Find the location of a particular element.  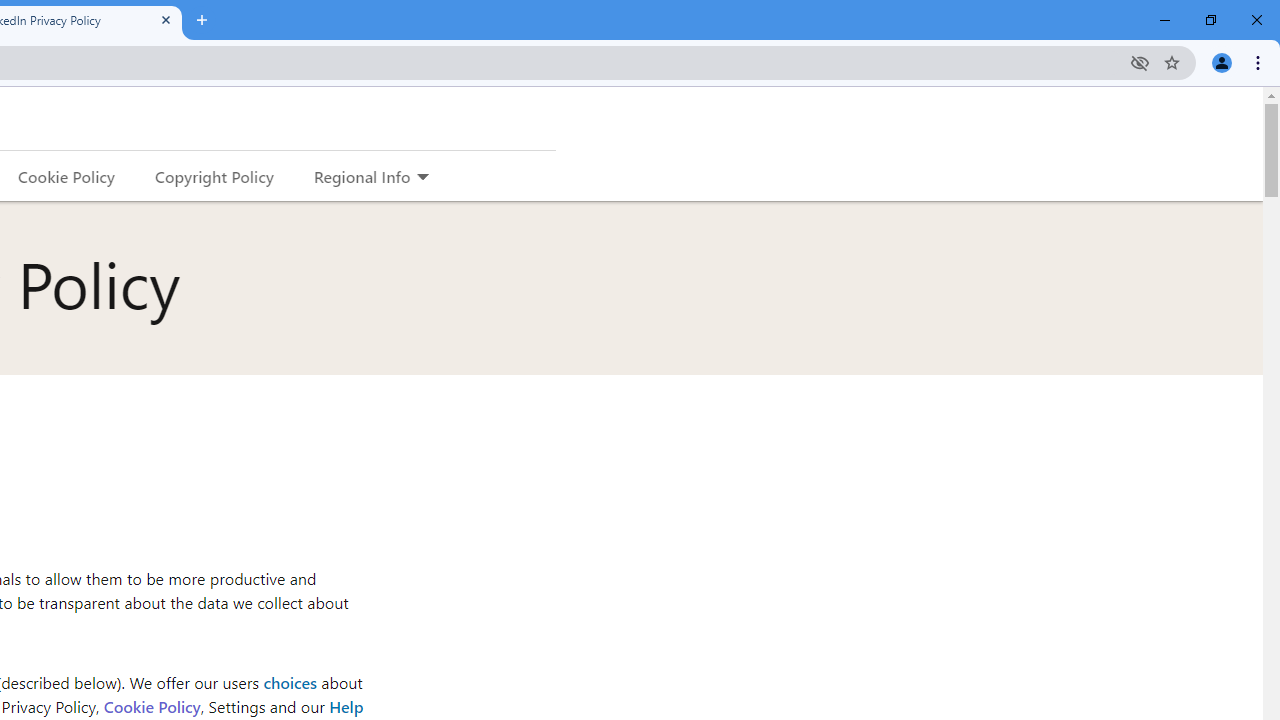

'Regional Info' is located at coordinates (362, 175).